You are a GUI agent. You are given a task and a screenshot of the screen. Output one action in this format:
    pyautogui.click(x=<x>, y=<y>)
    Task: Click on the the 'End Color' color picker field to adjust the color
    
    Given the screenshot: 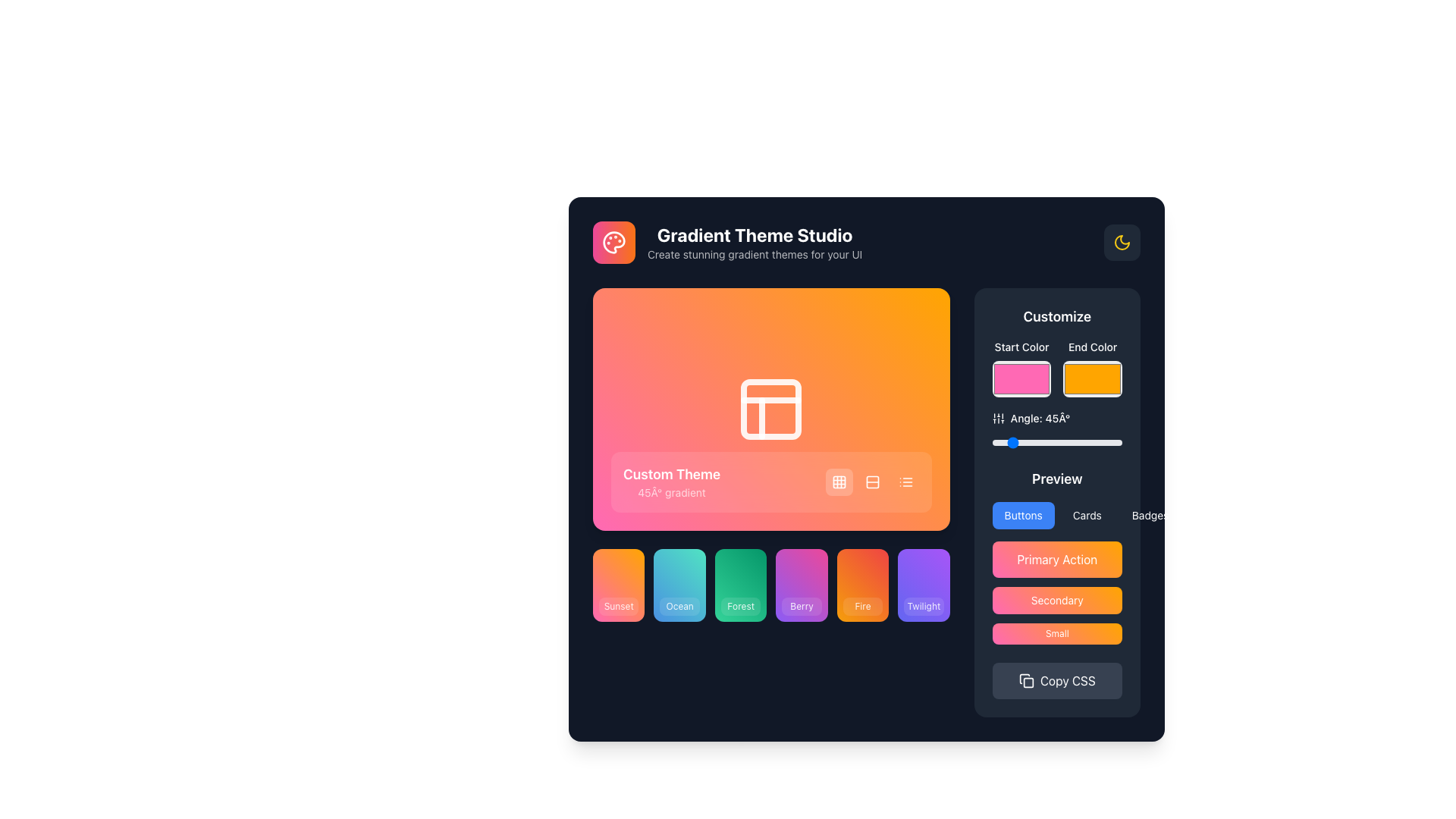 What is the action you would take?
    pyautogui.click(x=1093, y=369)
    